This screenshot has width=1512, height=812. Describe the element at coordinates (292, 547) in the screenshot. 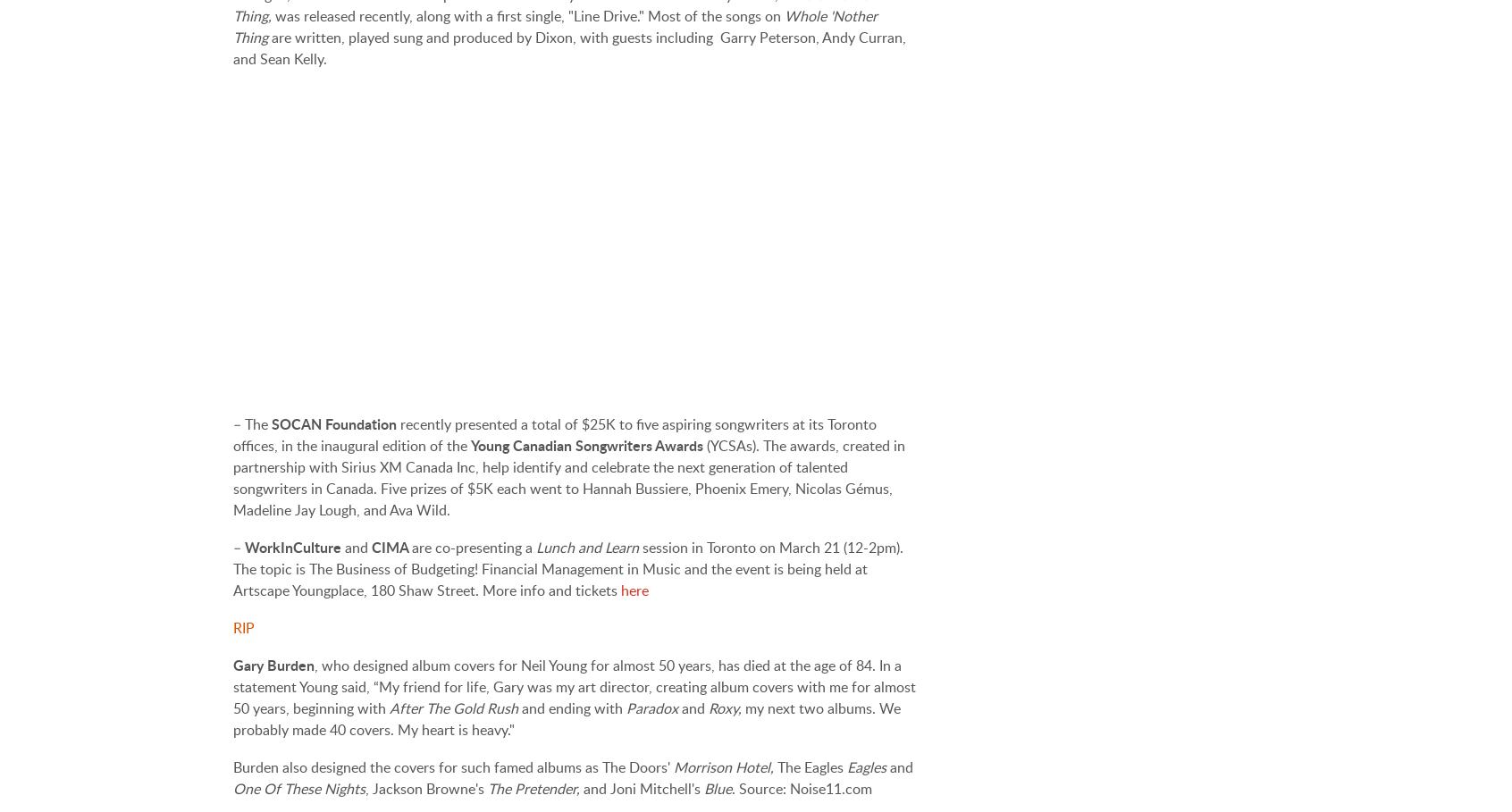

I see `'WorkInCulture'` at that location.